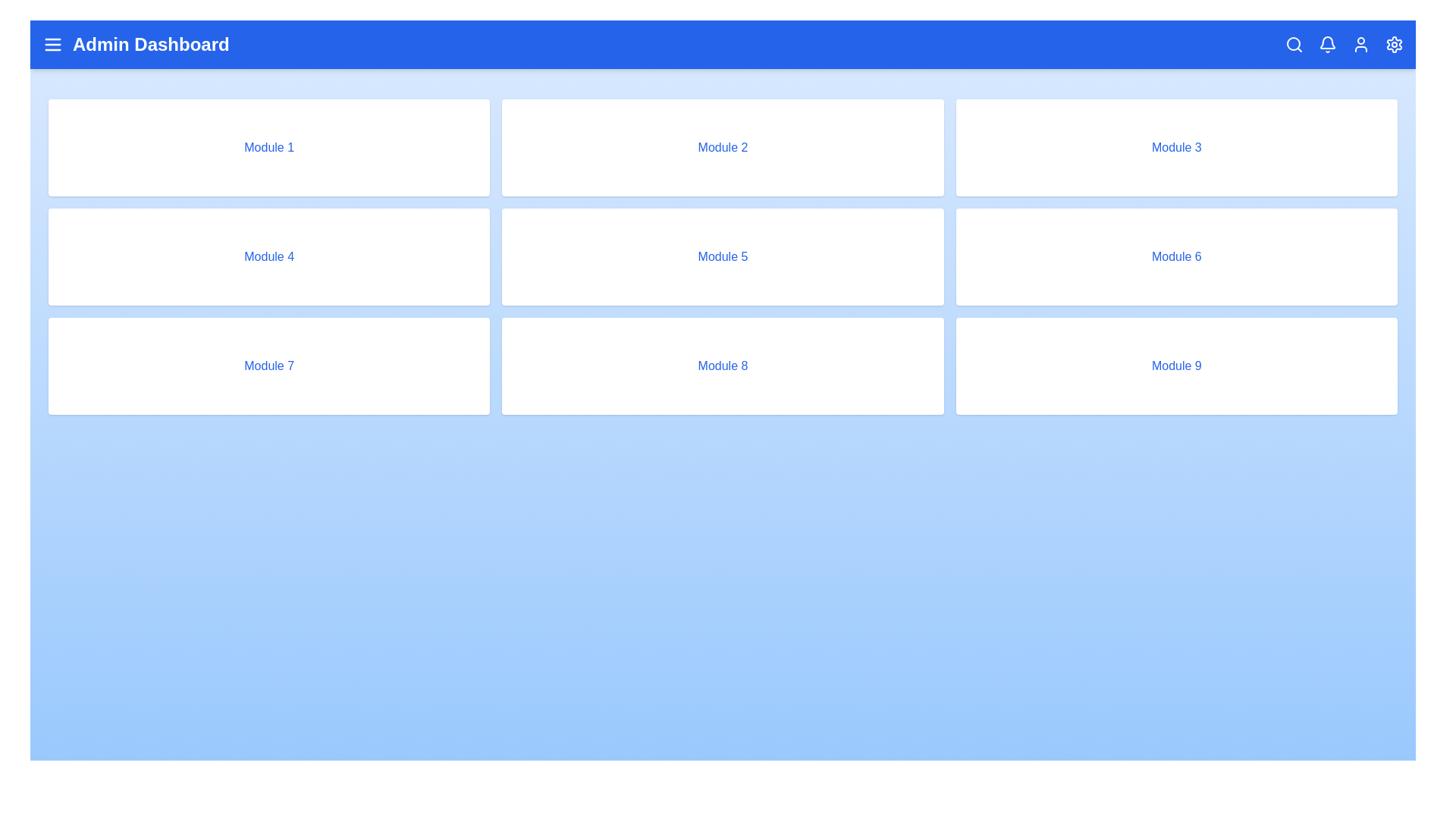 Image resolution: width=1456 pixels, height=819 pixels. What do you see at coordinates (1394, 43) in the screenshot?
I see `the settings icon in the top-right corner of the app bar to open the settings menu` at bounding box center [1394, 43].